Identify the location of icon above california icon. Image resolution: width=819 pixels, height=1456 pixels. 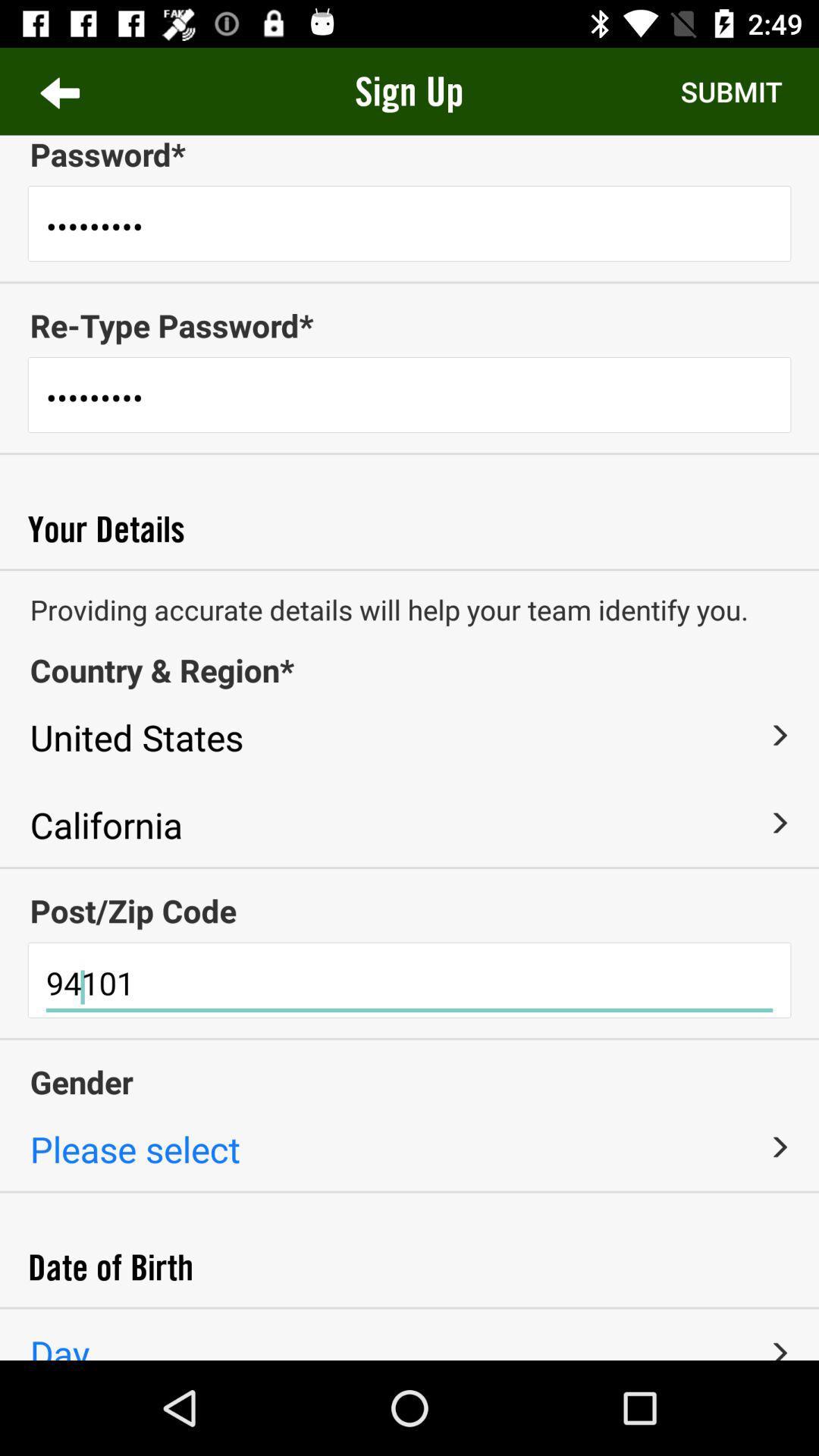
(779, 735).